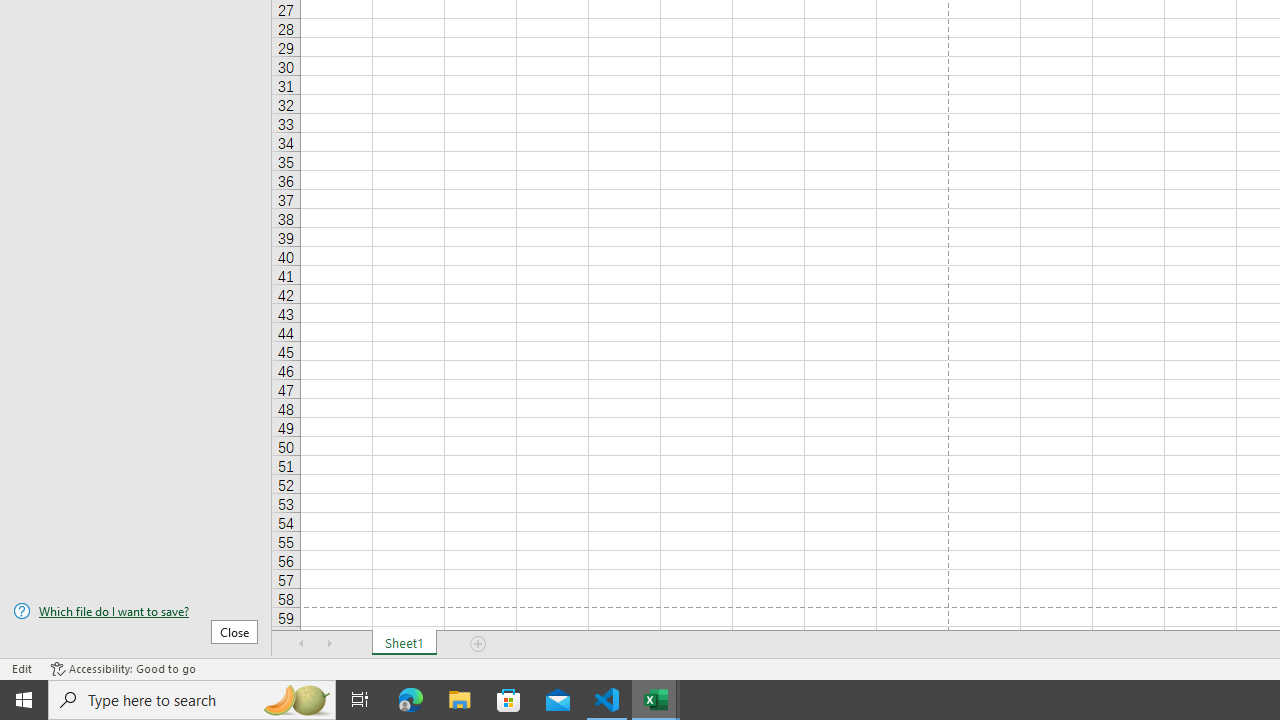  I want to click on 'Scroll Left', so click(301, 644).